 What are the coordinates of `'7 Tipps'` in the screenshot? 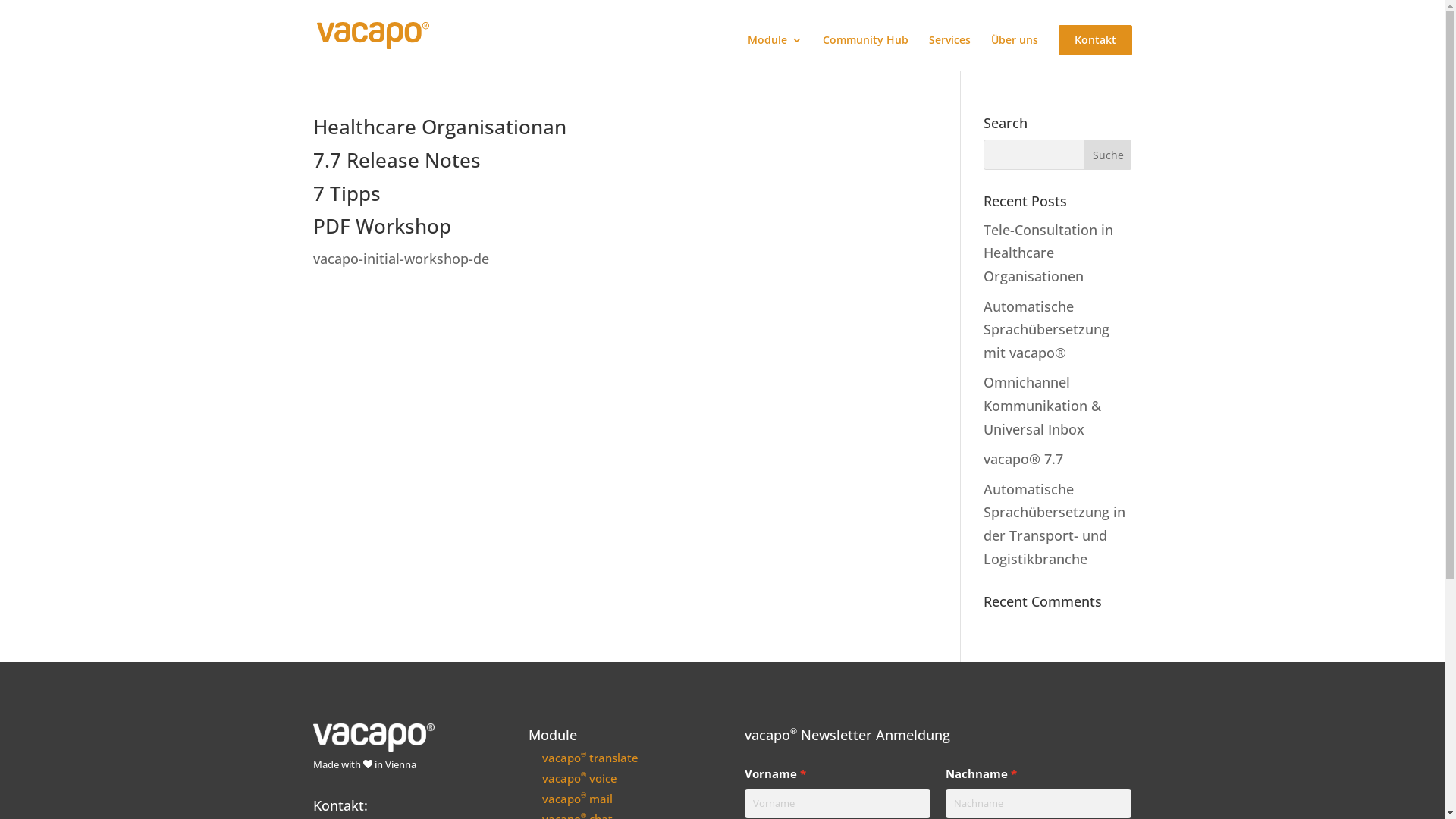 It's located at (345, 192).